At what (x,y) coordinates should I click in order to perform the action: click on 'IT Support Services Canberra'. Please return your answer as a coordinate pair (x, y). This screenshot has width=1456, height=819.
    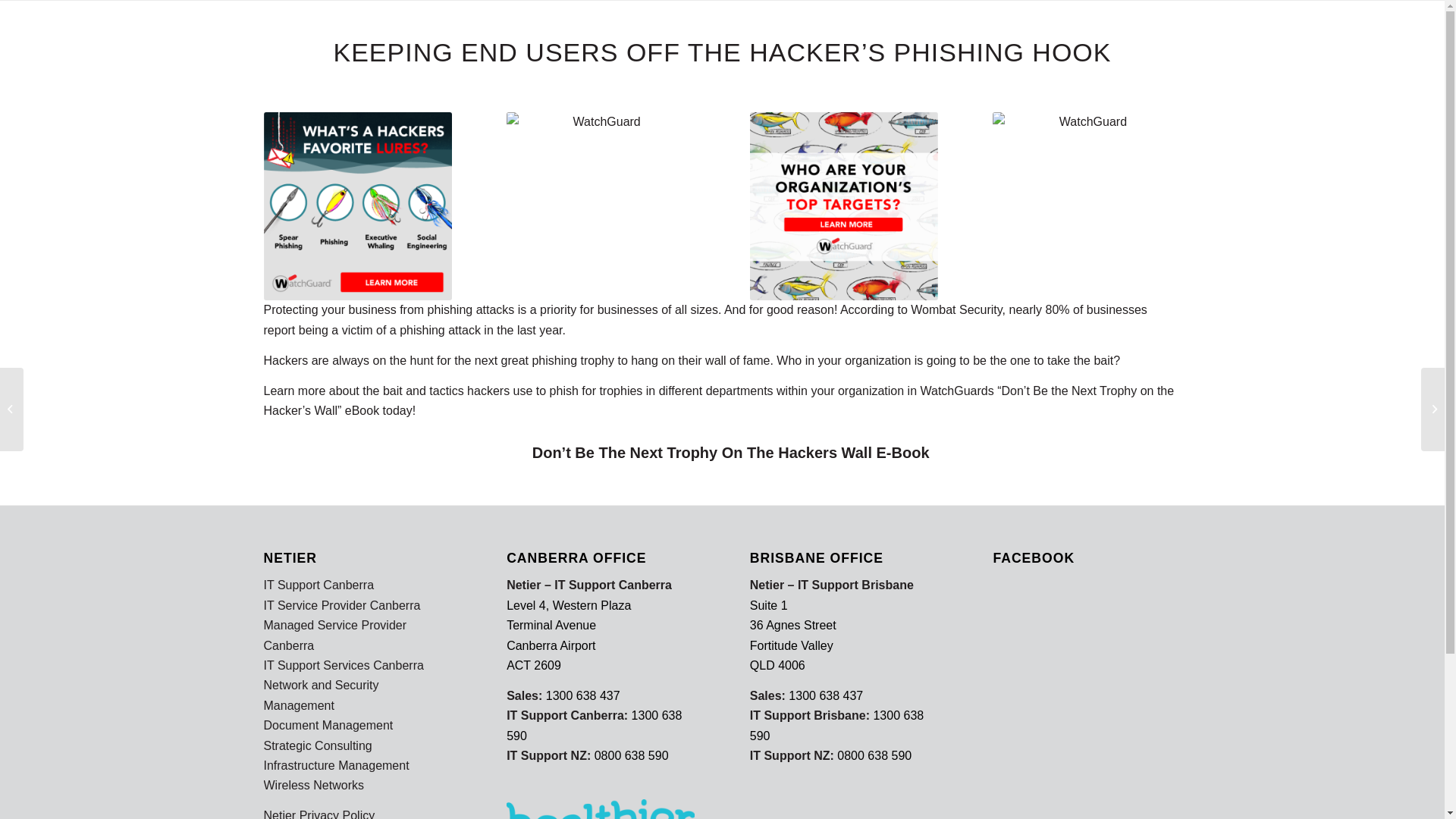
    Looking at the image, I should click on (343, 664).